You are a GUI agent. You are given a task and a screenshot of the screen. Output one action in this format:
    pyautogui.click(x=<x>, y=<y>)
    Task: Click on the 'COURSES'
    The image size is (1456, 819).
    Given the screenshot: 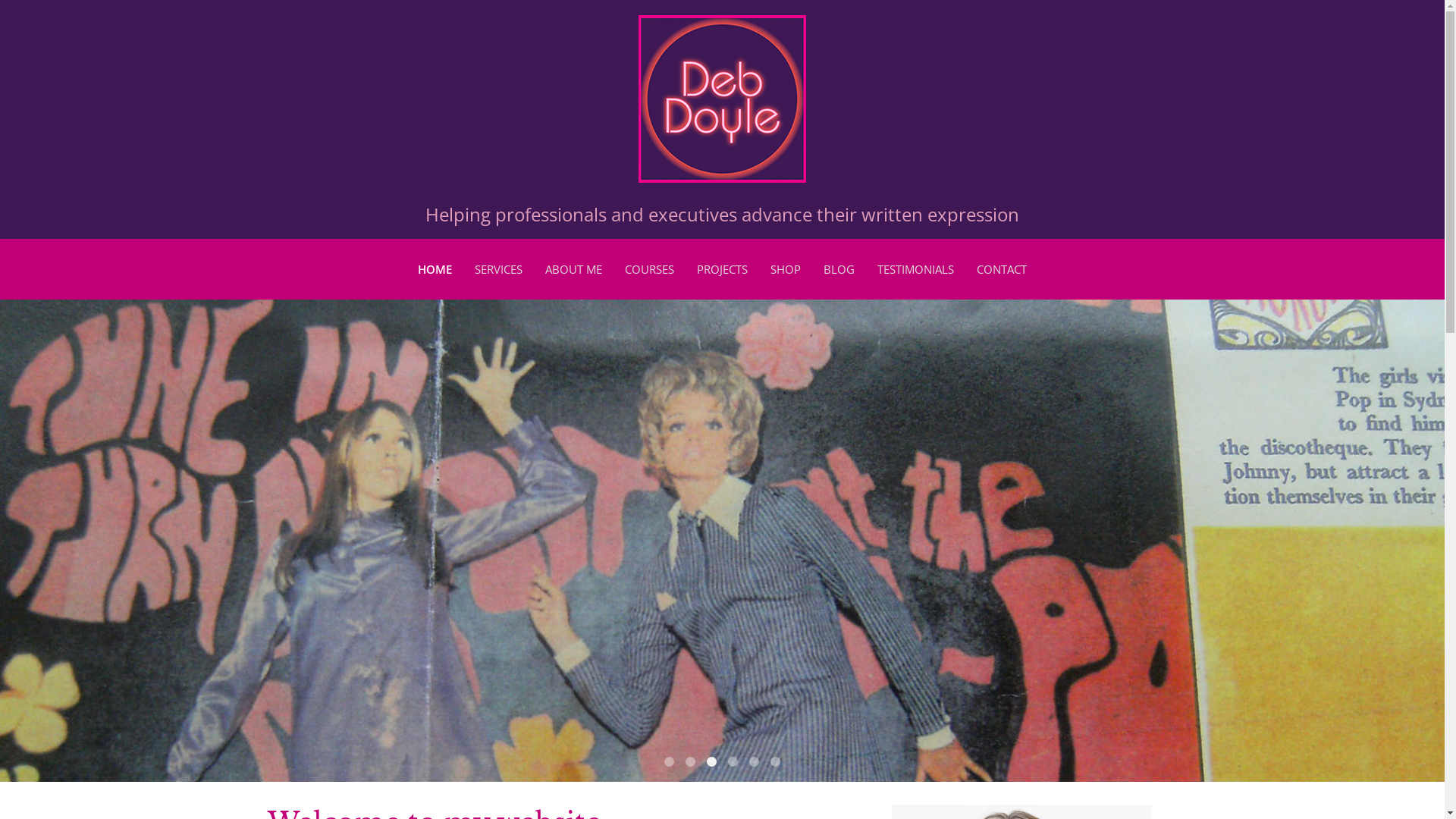 What is the action you would take?
    pyautogui.click(x=649, y=268)
    